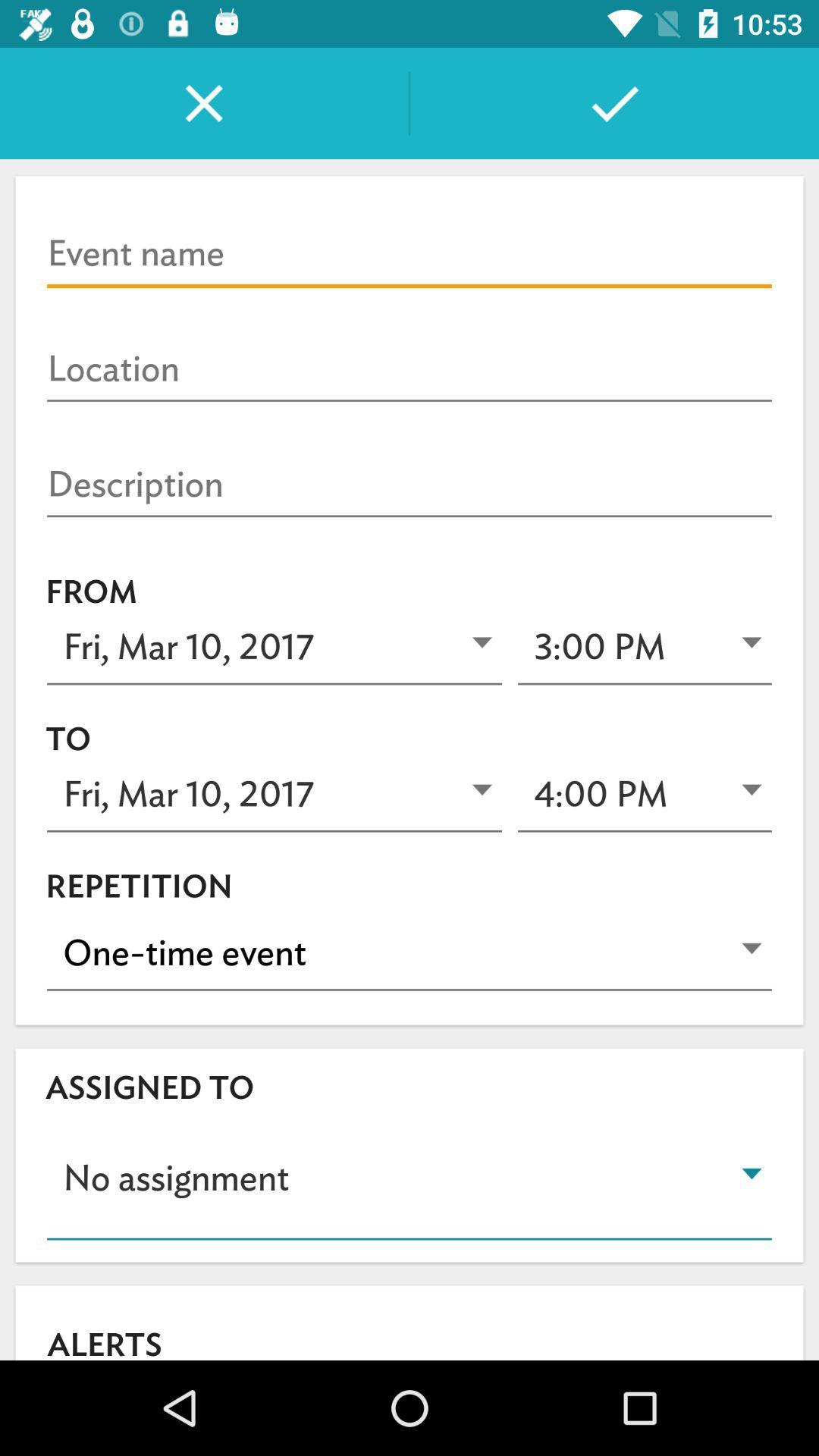  I want to click on location of event, so click(409, 369).